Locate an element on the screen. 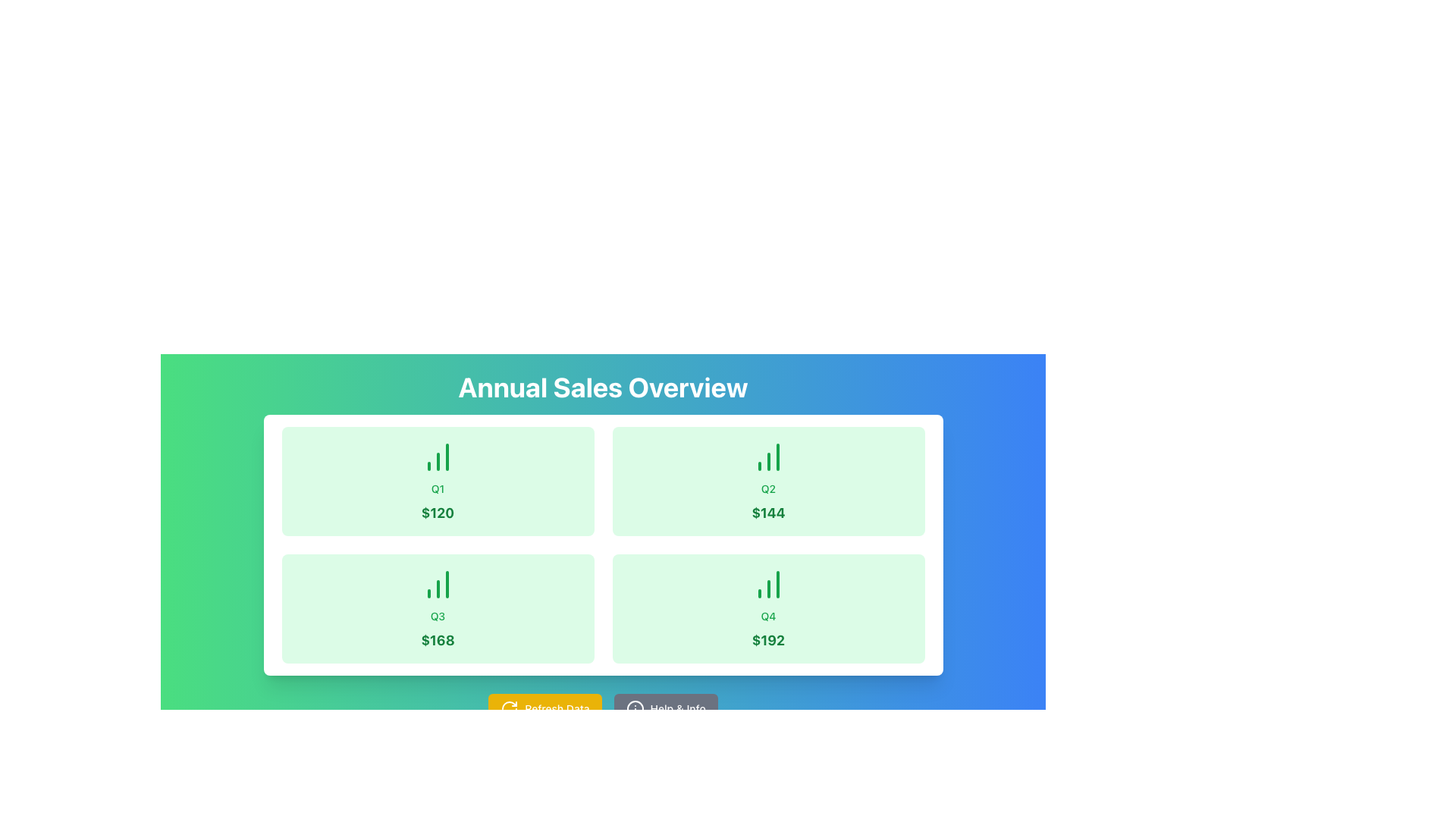 The width and height of the screenshot is (1456, 819). the static text label indicating Q3, which is located in the second card of the lower row, positioned below a chart icon and above the text '$168' is located at coordinates (437, 617).